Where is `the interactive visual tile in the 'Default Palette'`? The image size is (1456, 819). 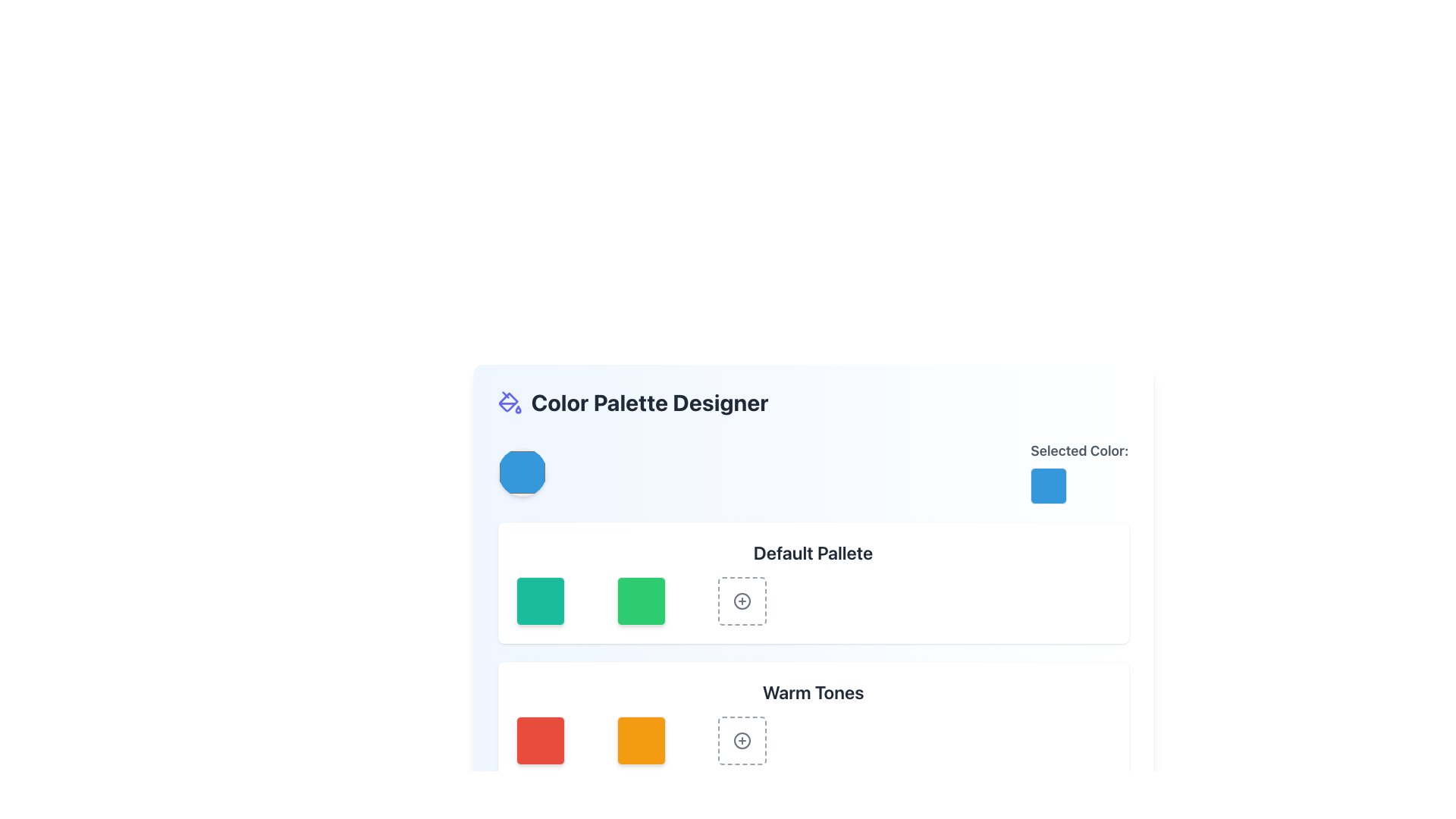 the interactive visual tile in the 'Default Palette' is located at coordinates (540, 601).